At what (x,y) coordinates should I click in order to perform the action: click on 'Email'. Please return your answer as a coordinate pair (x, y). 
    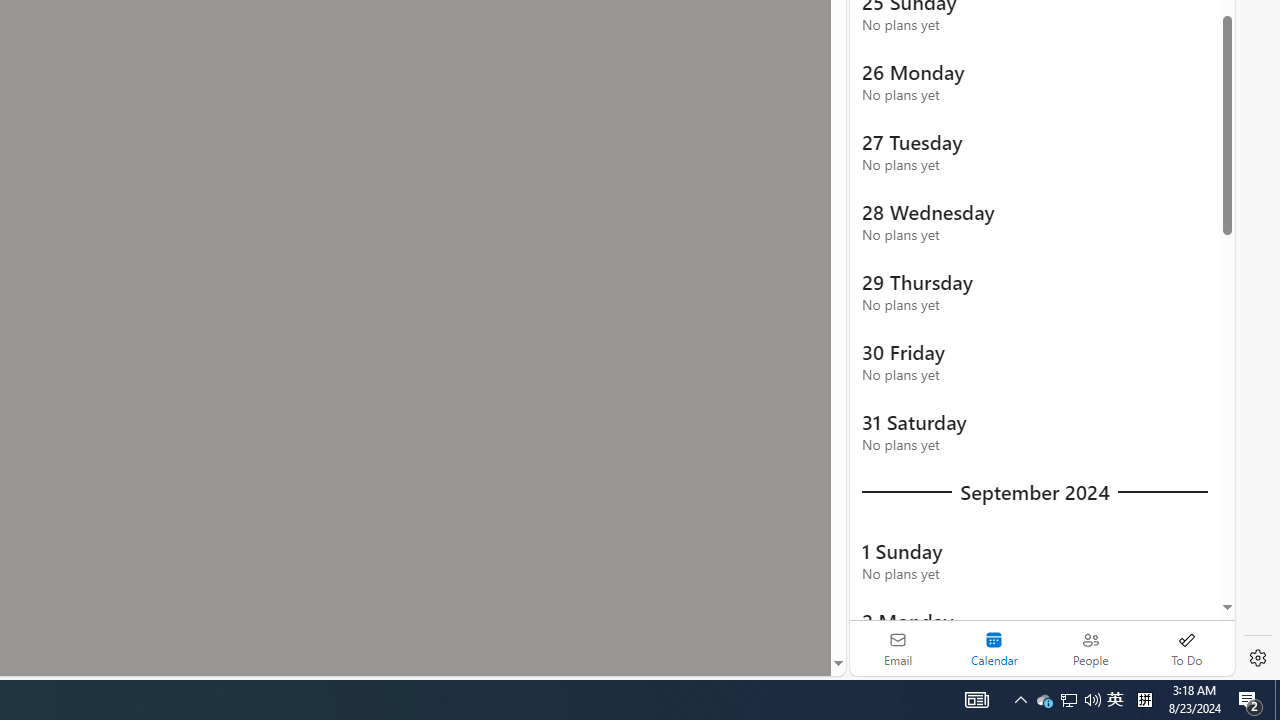
    Looking at the image, I should click on (897, 648).